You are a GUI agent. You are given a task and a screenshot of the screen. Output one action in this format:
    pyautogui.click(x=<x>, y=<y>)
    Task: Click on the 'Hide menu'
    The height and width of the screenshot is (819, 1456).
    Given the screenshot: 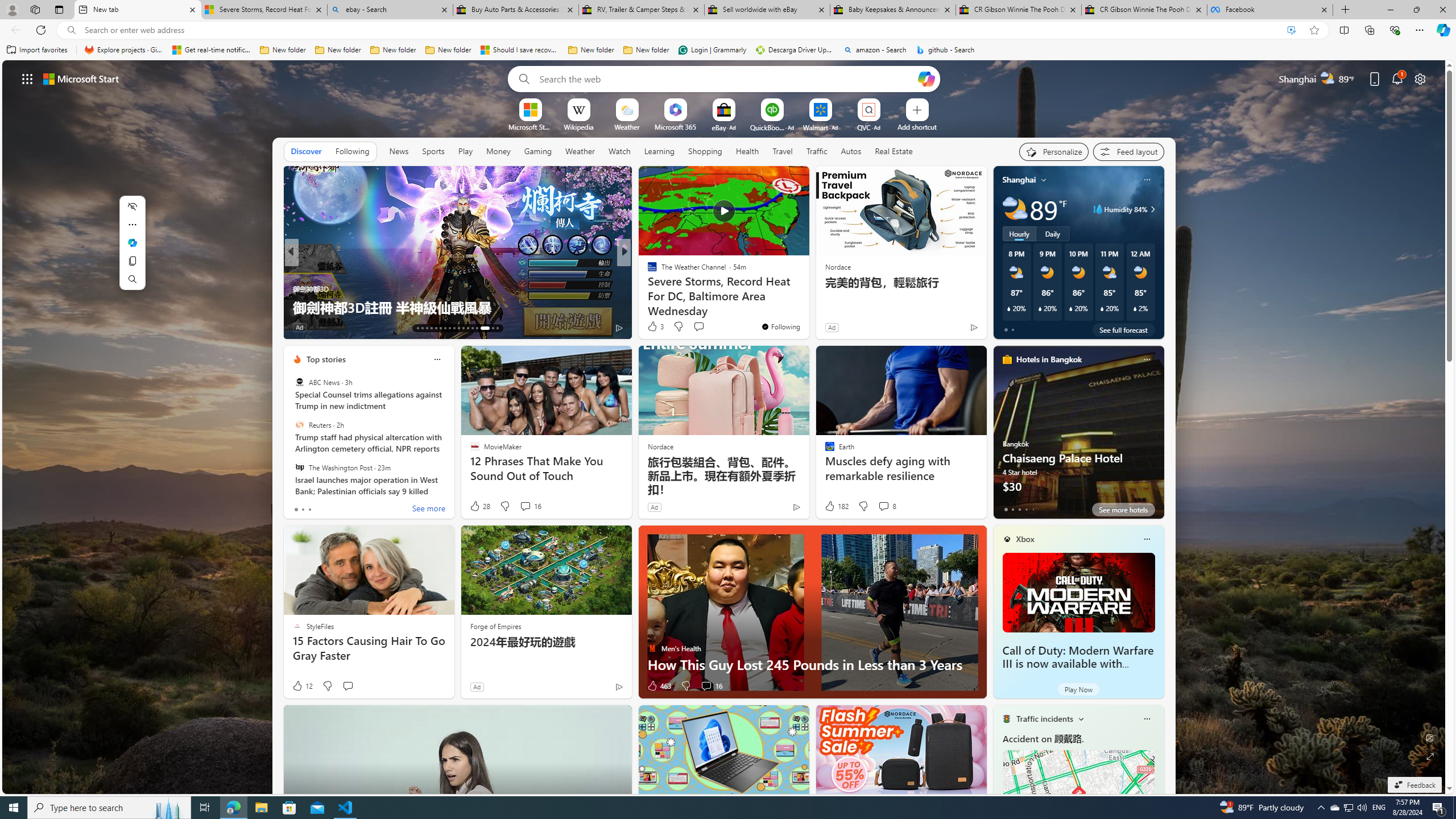 What is the action you would take?
    pyautogui.click(x=132, y=205)
    